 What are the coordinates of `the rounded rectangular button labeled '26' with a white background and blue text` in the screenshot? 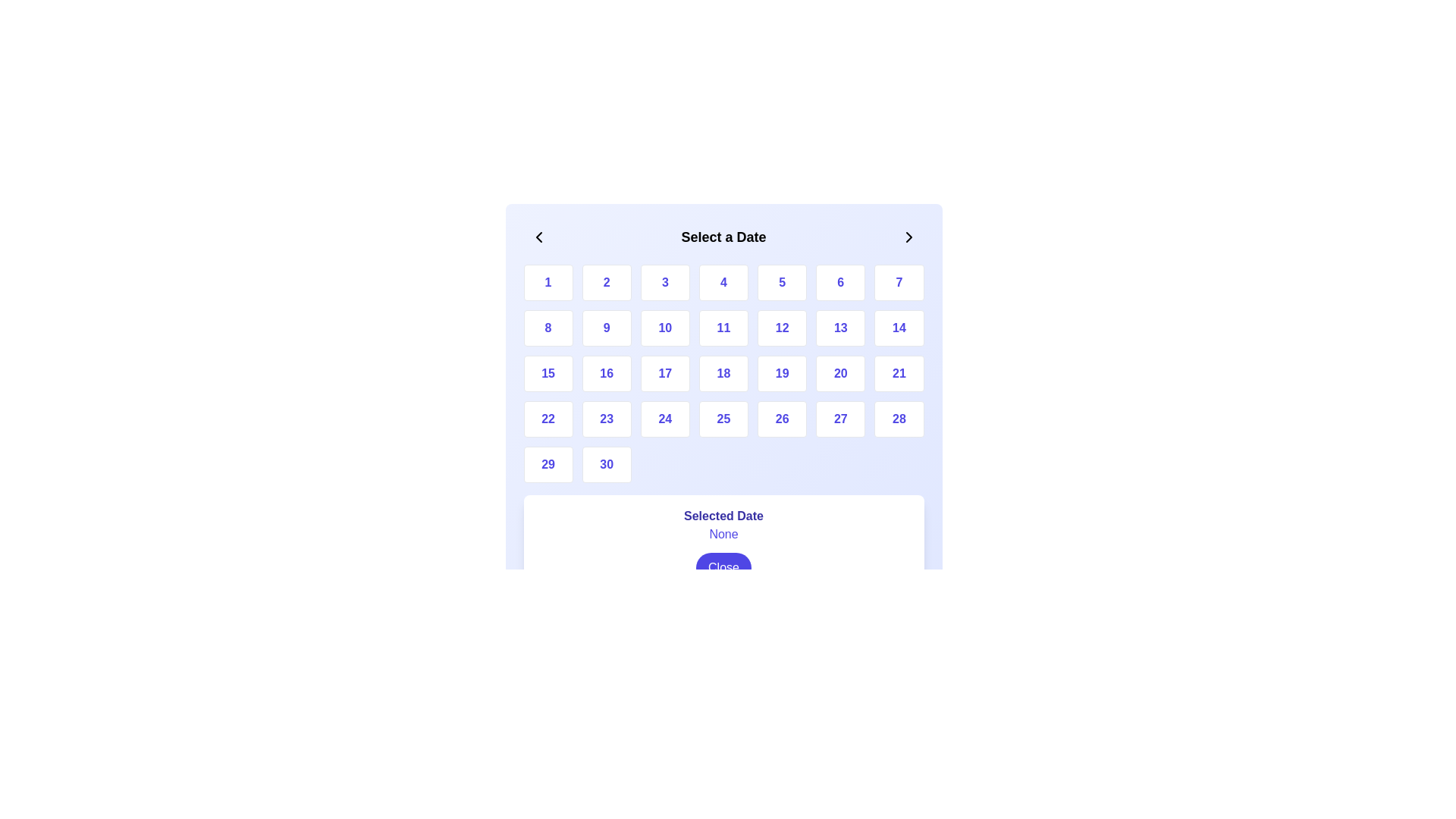 It's located at (782, 419).